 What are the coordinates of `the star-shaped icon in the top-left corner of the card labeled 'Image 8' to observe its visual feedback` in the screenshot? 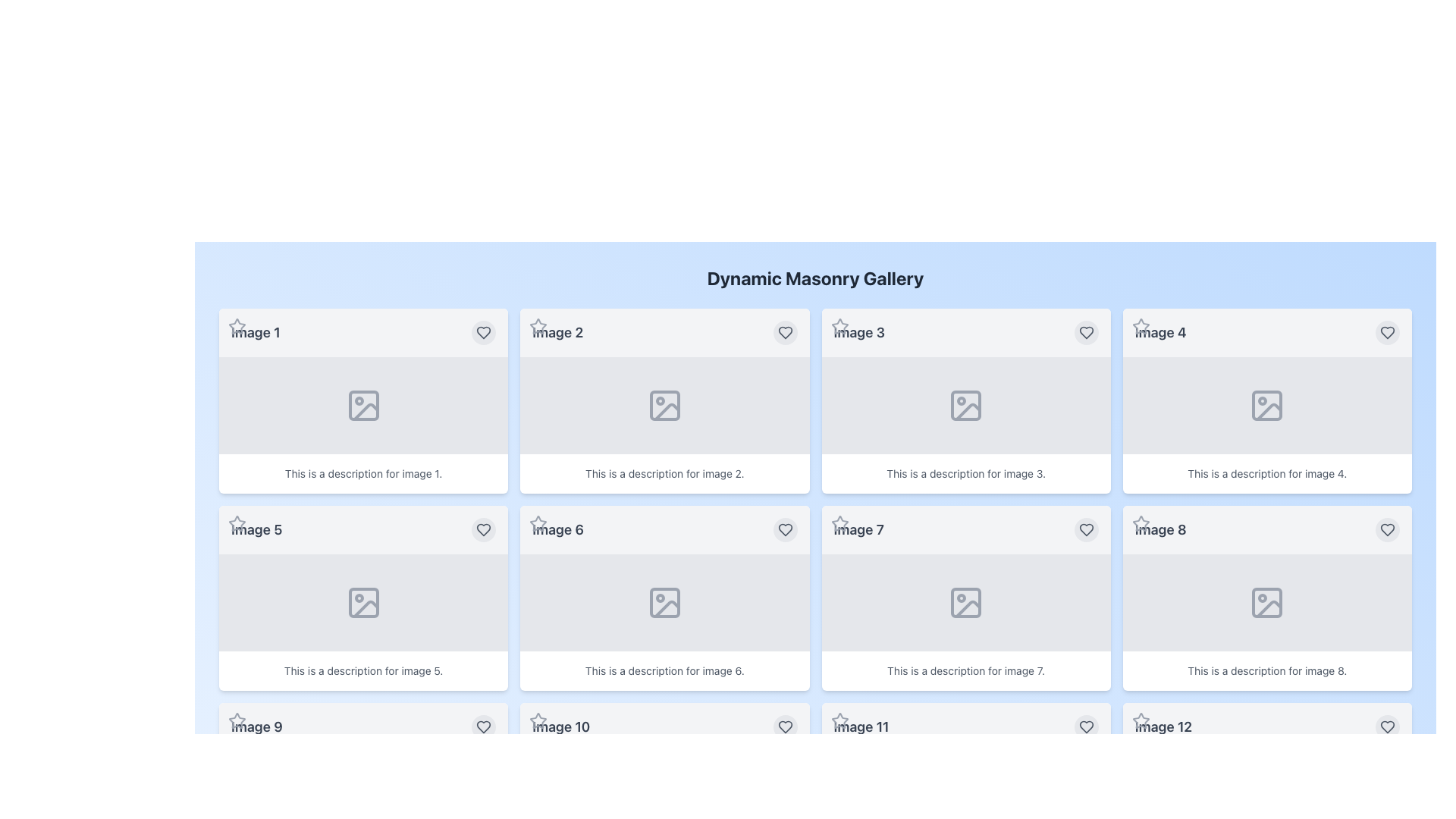 It's located at (1141, 522).